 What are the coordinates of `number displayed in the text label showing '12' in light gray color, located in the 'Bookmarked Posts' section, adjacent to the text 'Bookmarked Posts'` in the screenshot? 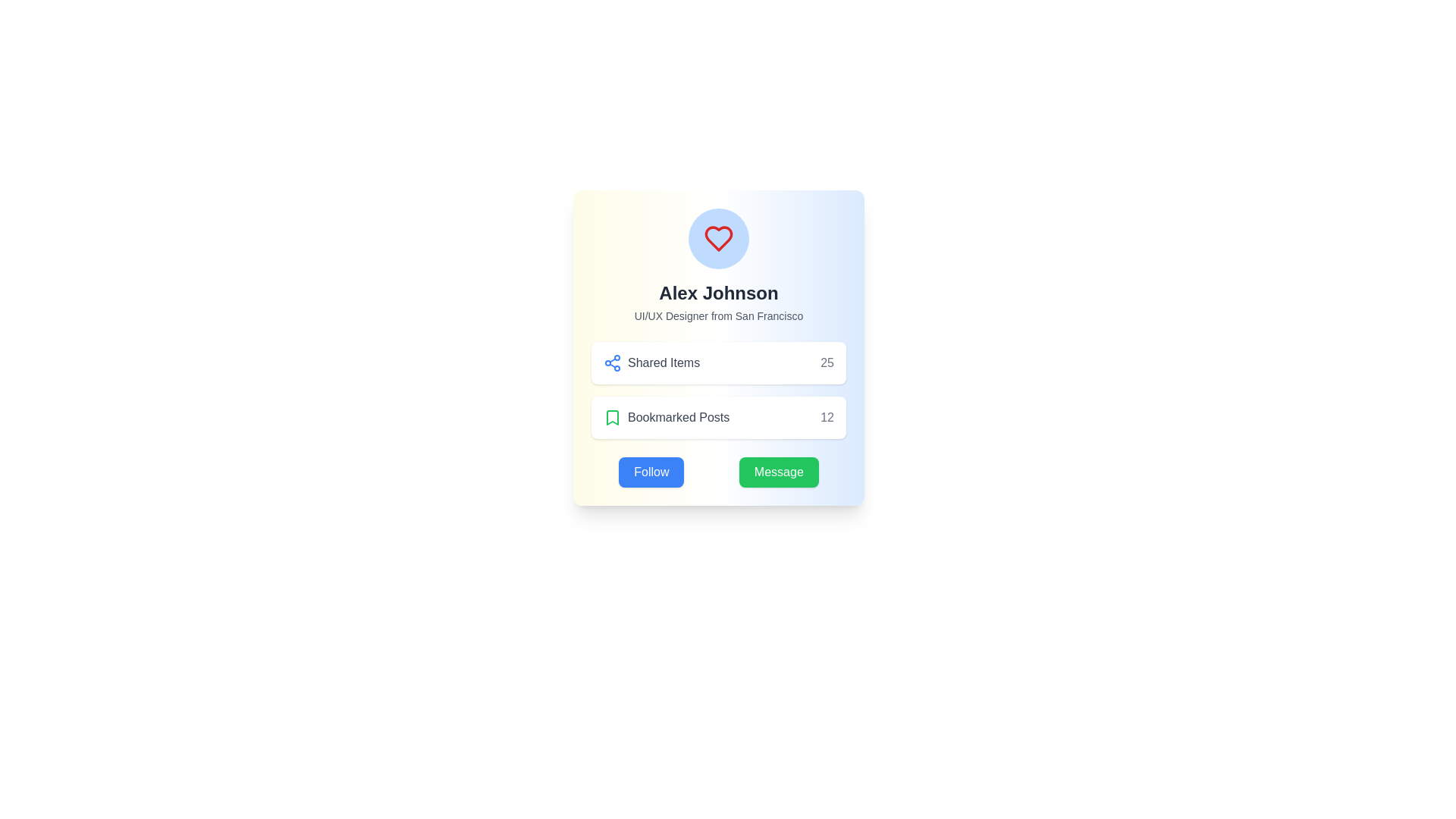 It's located at (827, 418).